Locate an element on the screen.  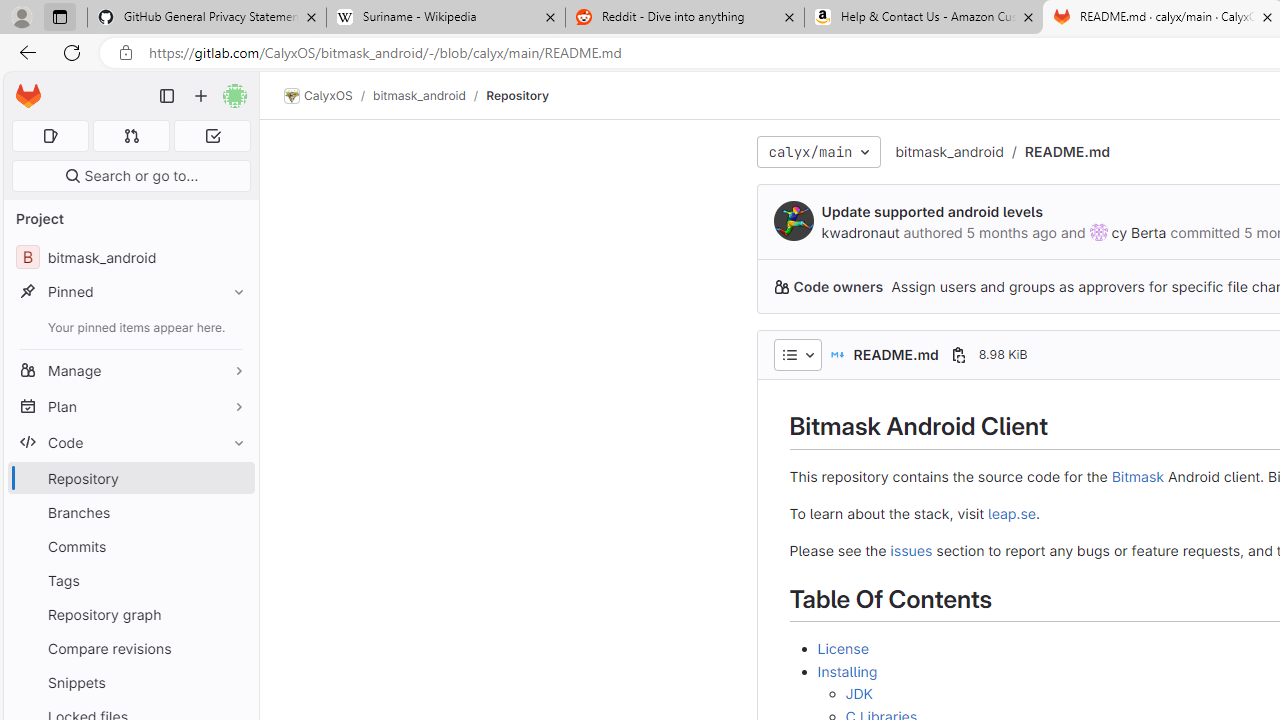
'README.md' is located at coordinates (1066, 150).